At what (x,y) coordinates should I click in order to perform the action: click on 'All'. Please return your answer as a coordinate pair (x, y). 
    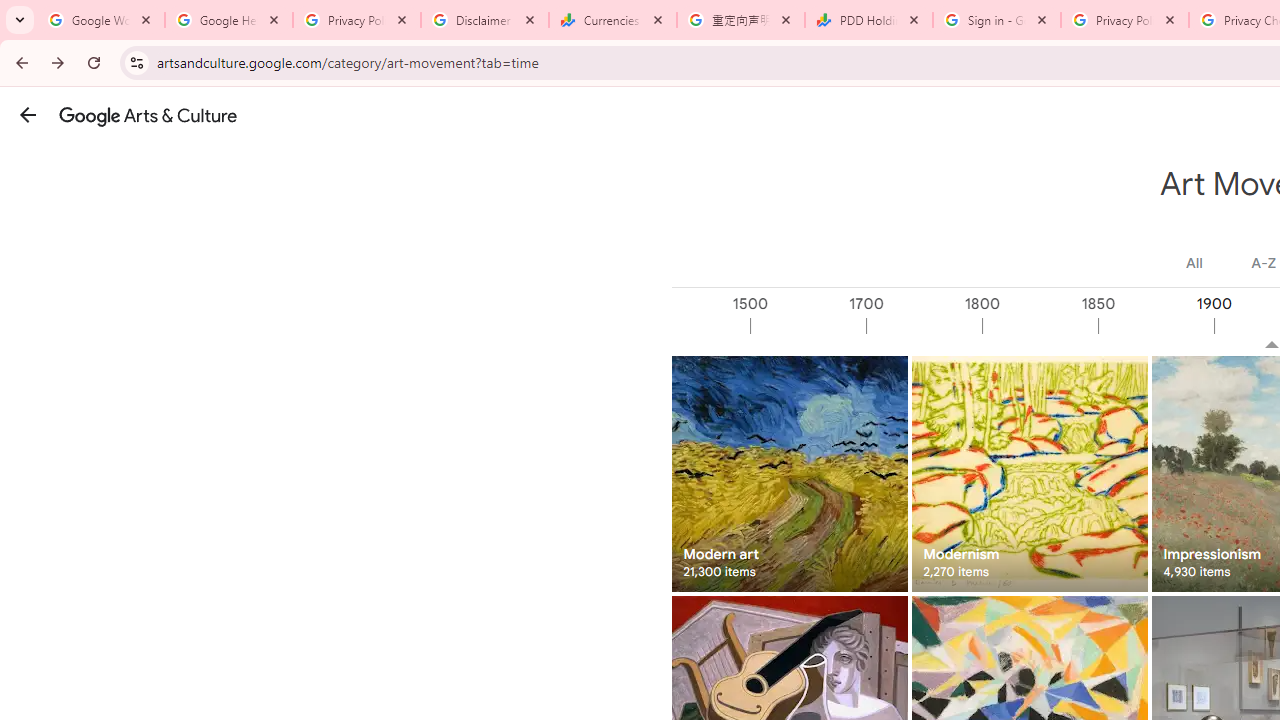
    Looking at the image, I should click on (1194, 262).